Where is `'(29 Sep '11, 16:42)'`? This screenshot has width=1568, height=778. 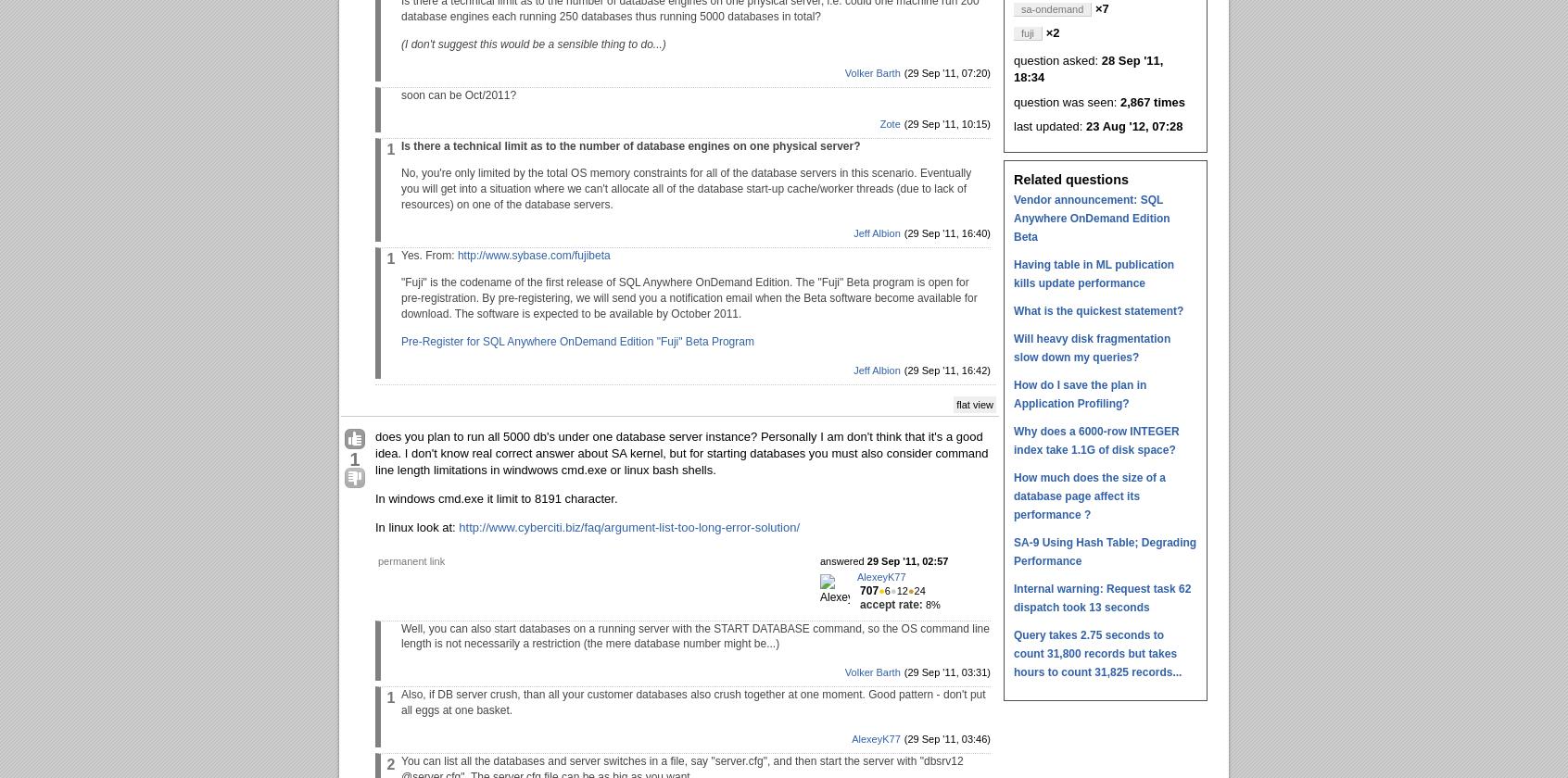 '(29 Sep '11, 16:42)' is located at coordinates (945, 370).